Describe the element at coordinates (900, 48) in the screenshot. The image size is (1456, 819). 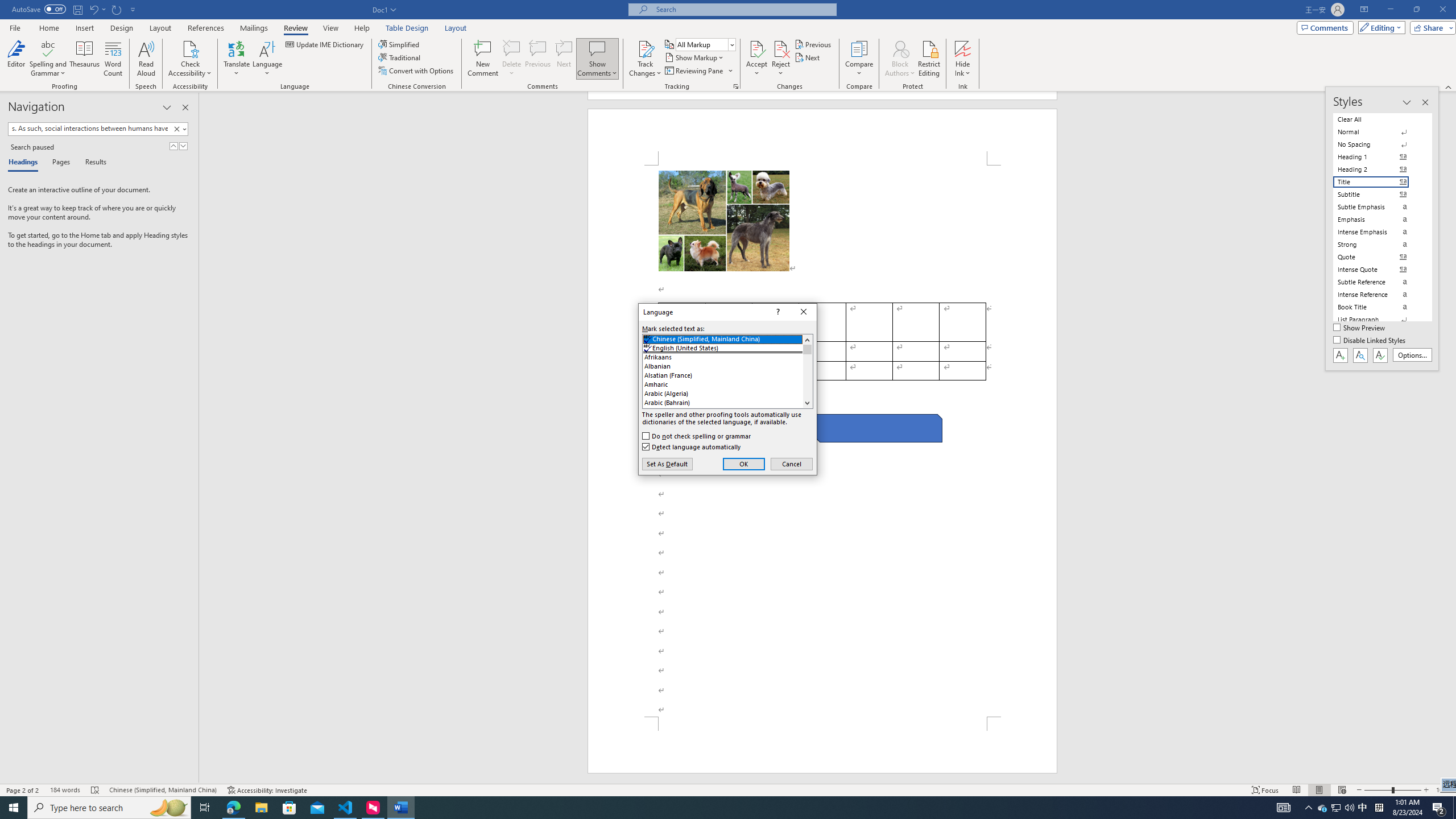
I see `'Block Authors'` at that location.